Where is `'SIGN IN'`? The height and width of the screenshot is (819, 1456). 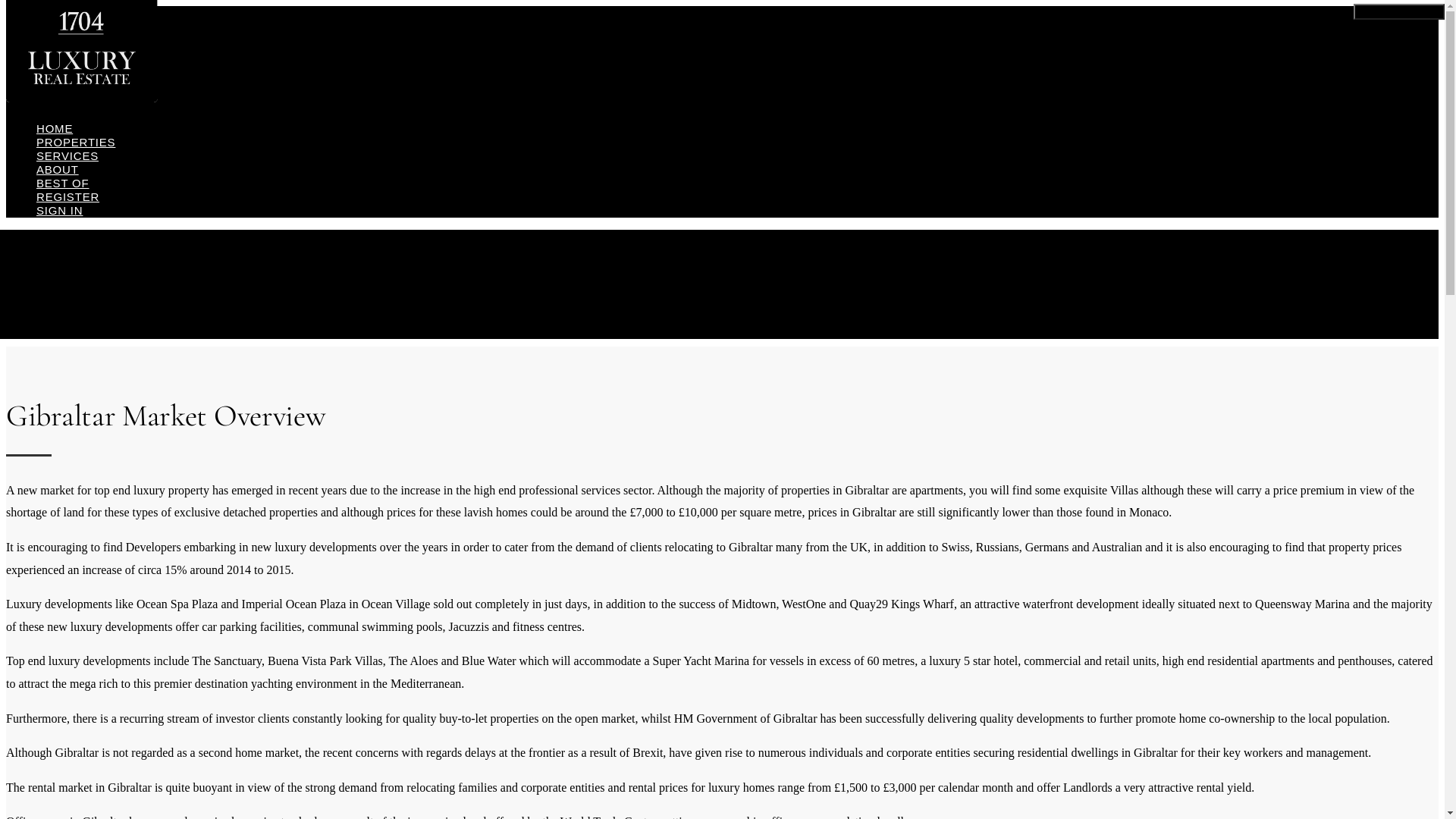
'SIGN IN' is located at coordinates (59, 210).